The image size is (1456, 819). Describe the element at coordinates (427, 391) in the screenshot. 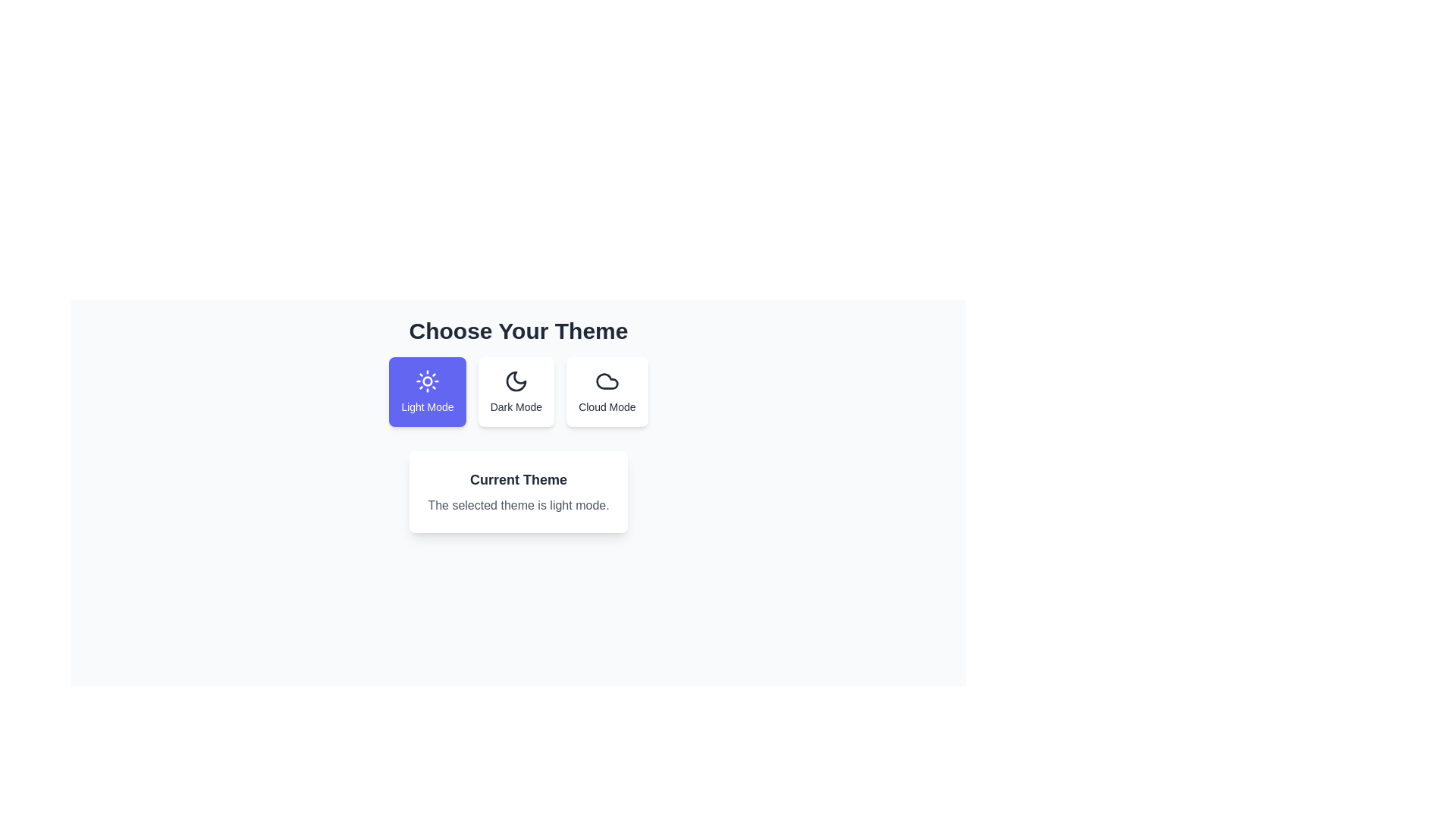

I see `the theme by clicking on the respective button for Light Mode` at that location.